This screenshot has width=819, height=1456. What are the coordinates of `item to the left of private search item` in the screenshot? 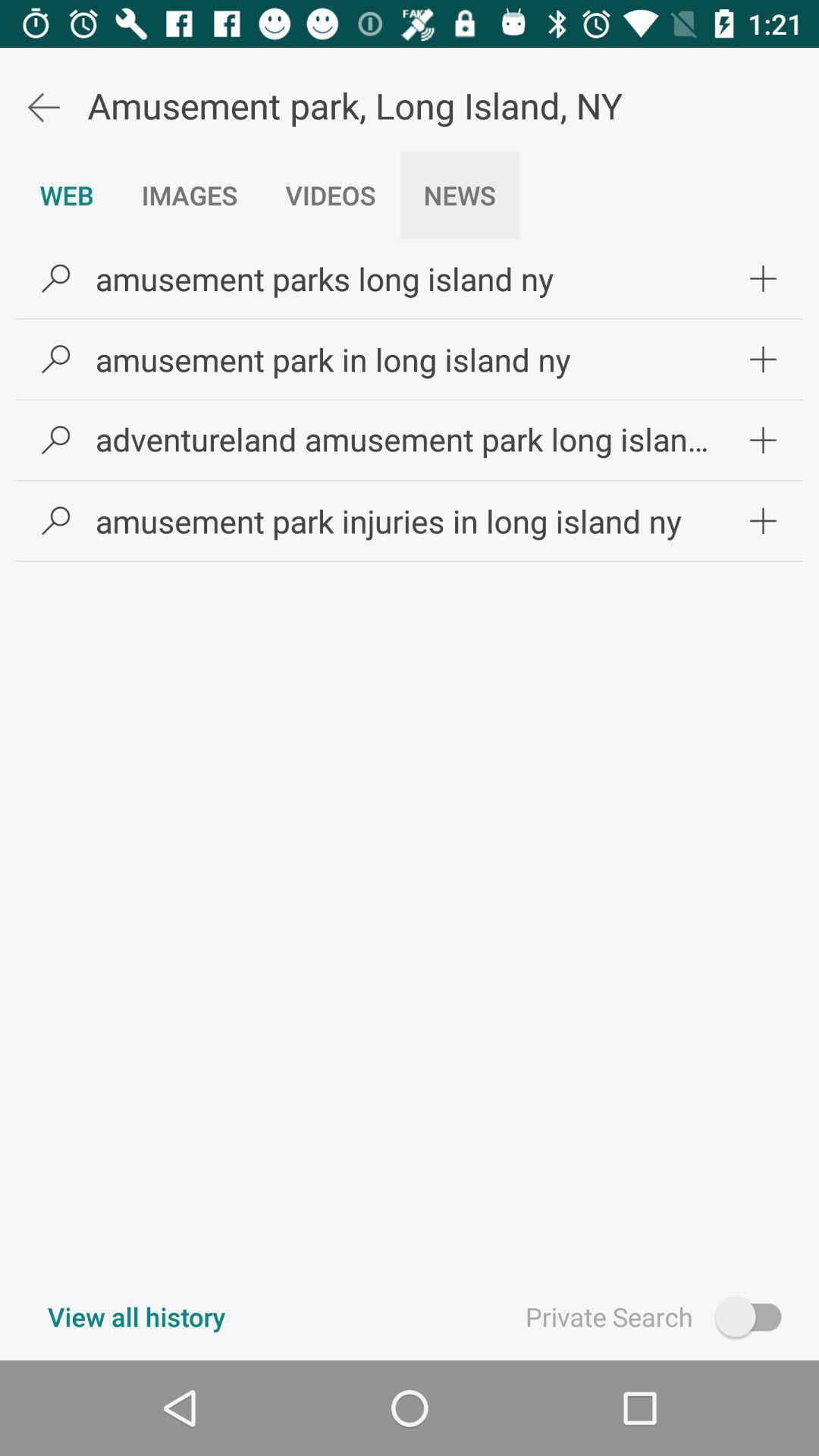 It's located at (136, 1316).